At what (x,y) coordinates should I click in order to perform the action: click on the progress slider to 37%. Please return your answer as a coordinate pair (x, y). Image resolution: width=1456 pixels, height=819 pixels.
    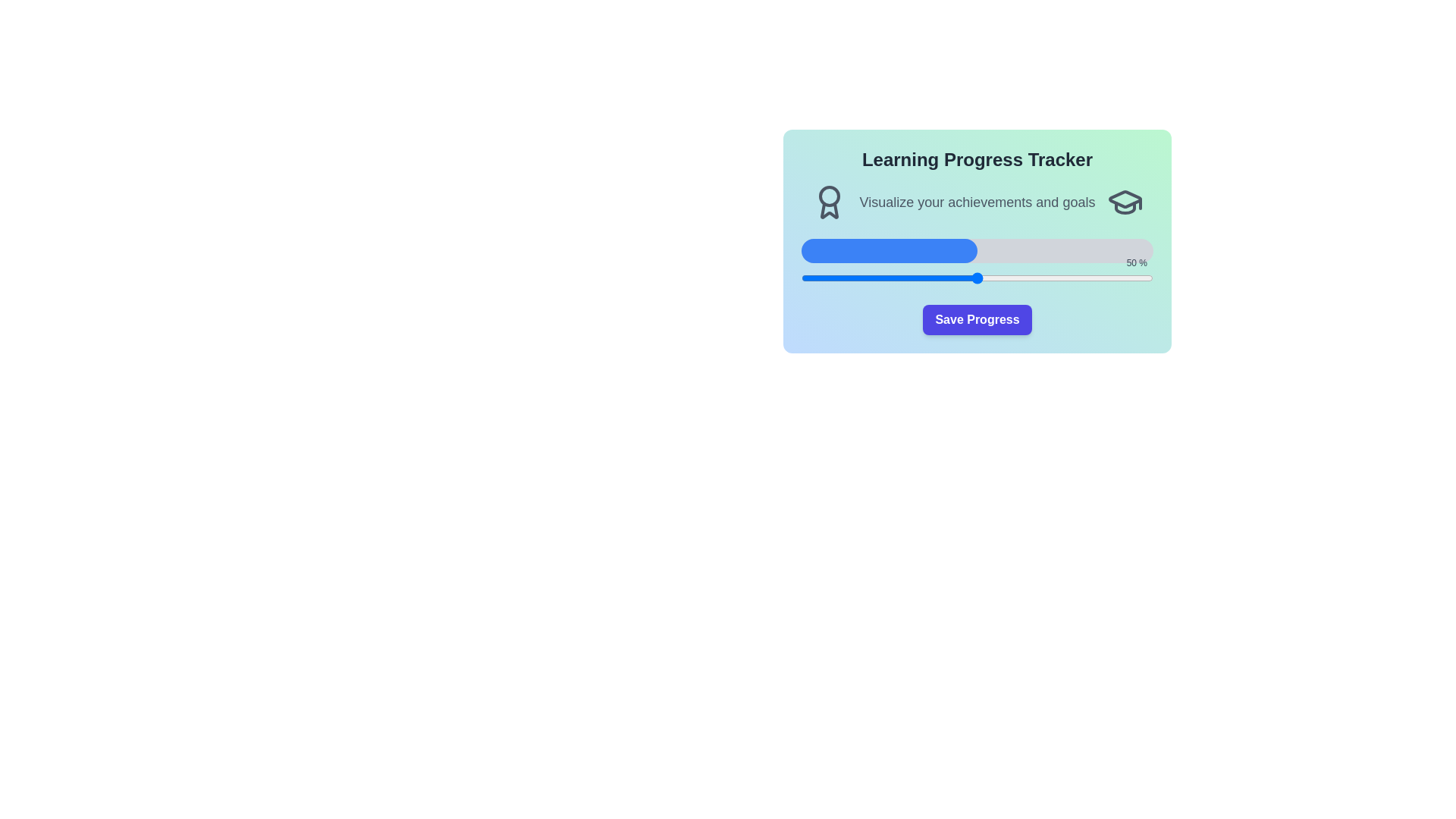
    Looking at the image, I should click on (930, 278).